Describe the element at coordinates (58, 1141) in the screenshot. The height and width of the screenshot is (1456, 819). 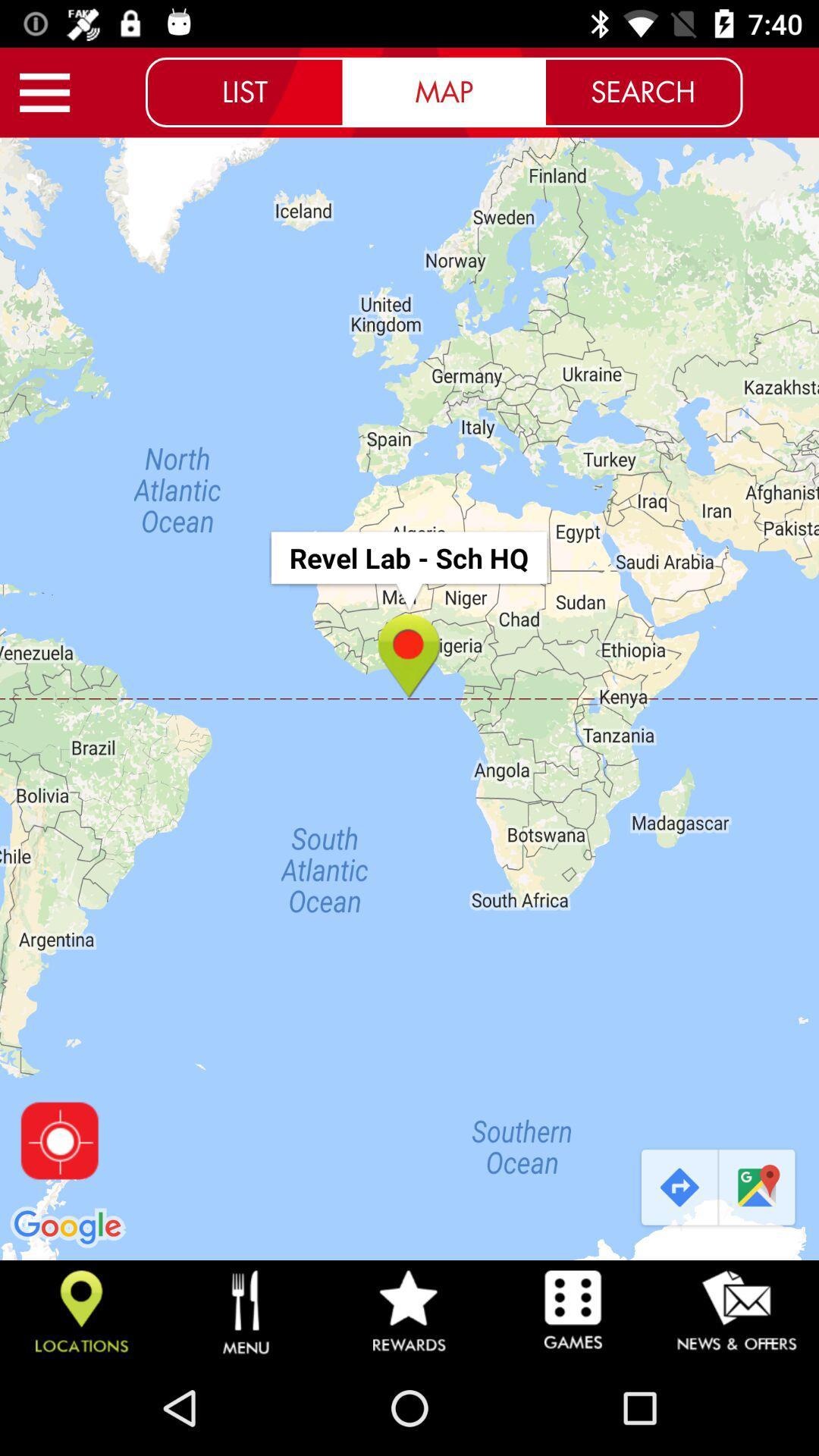
I see `enable gps location tracker` at that location.